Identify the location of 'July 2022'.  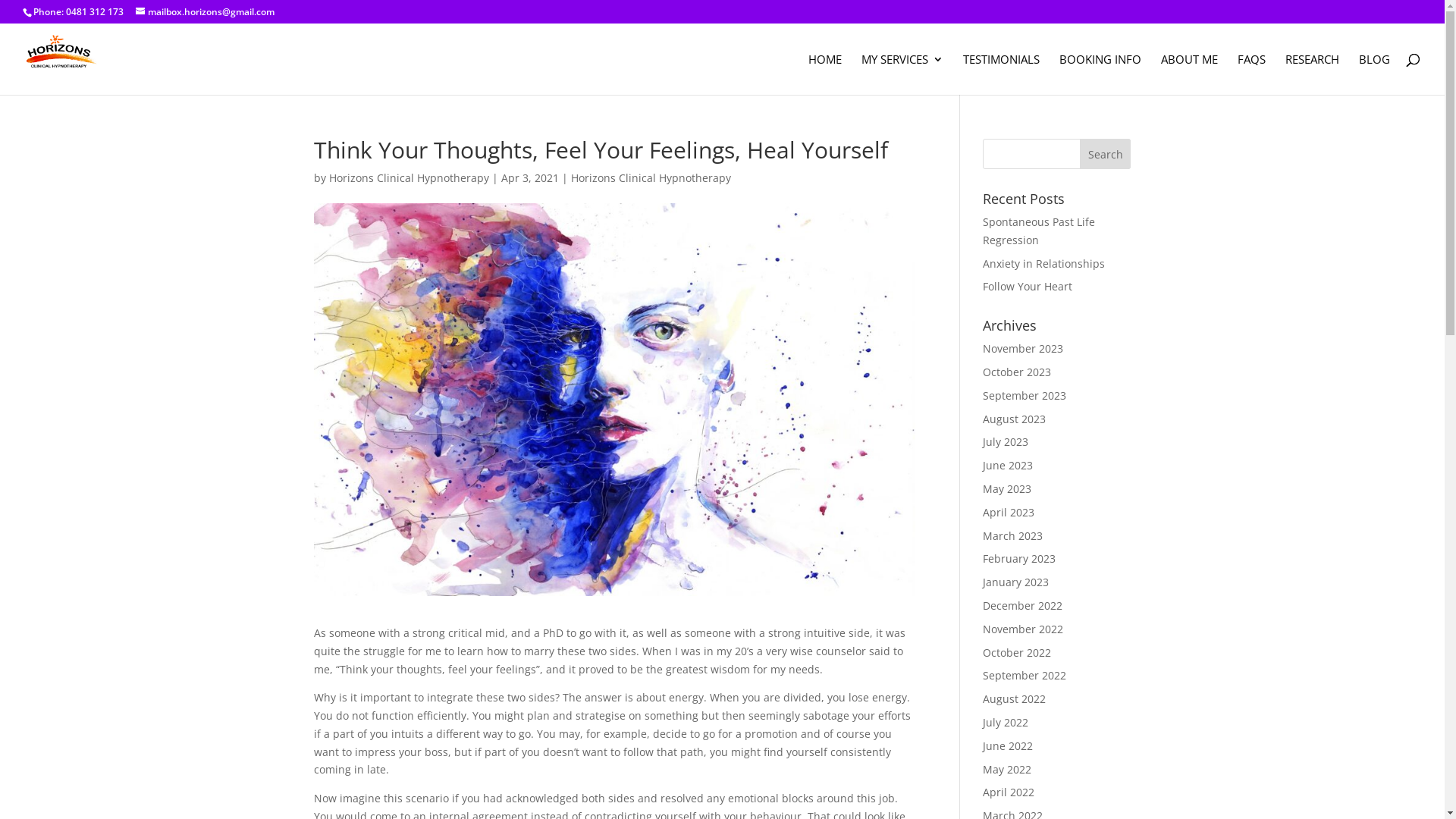
(1005, 721).